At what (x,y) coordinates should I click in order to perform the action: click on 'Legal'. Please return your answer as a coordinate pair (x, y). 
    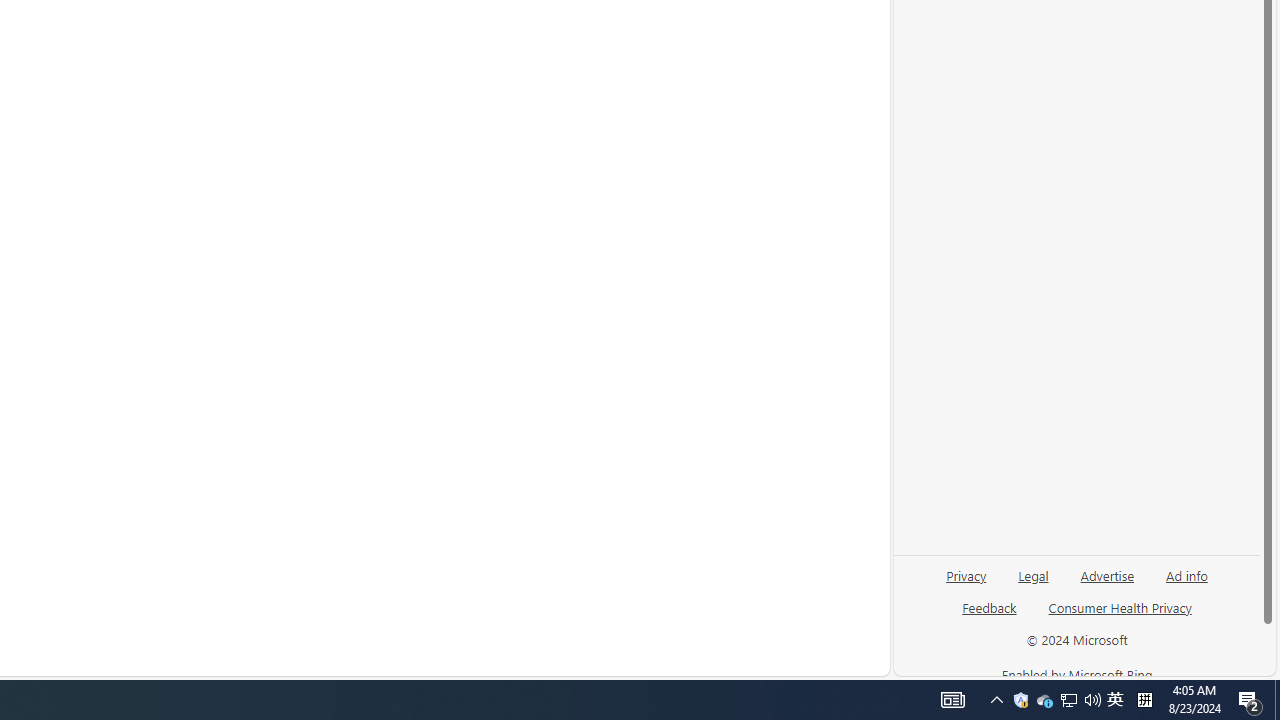
    Looking at the image, I should click on (1033, 583).